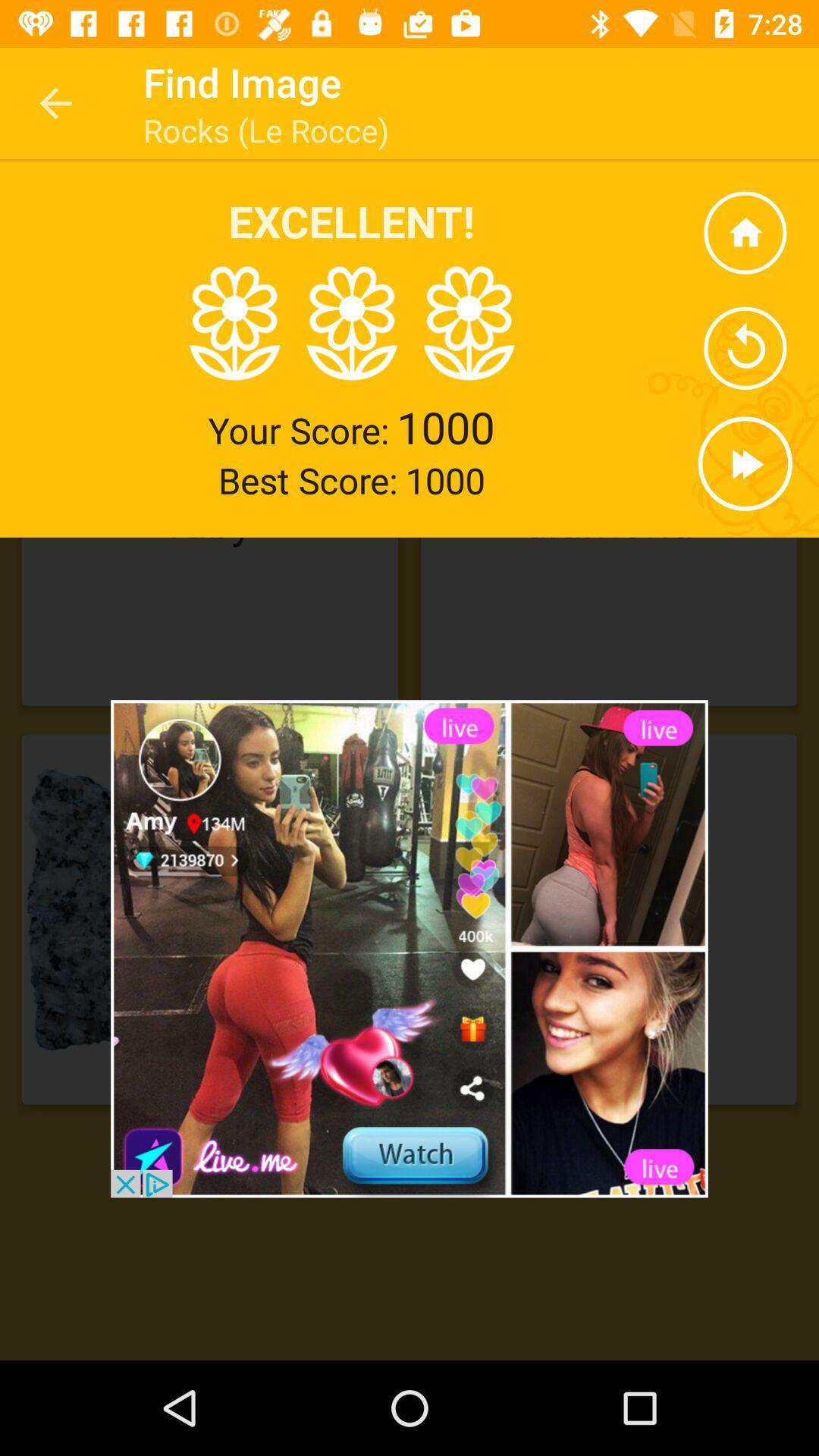  What do you see at coordinates (744, 232) in the screenshot?
I see `the home icon` at bounding box center [744, 232].